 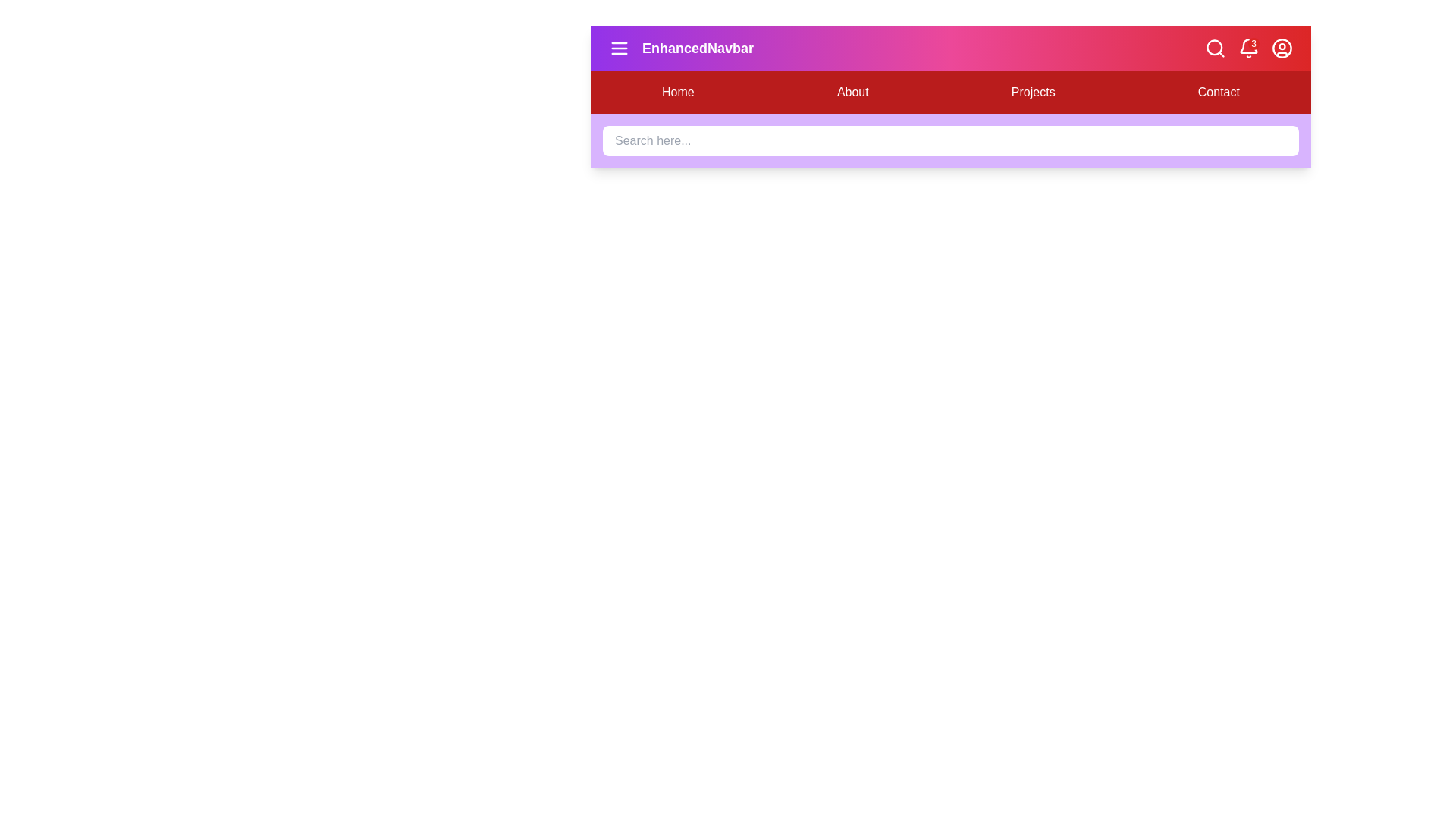 I want to click on menu button to toggle the menu visibility, so click(x=619, y=48).